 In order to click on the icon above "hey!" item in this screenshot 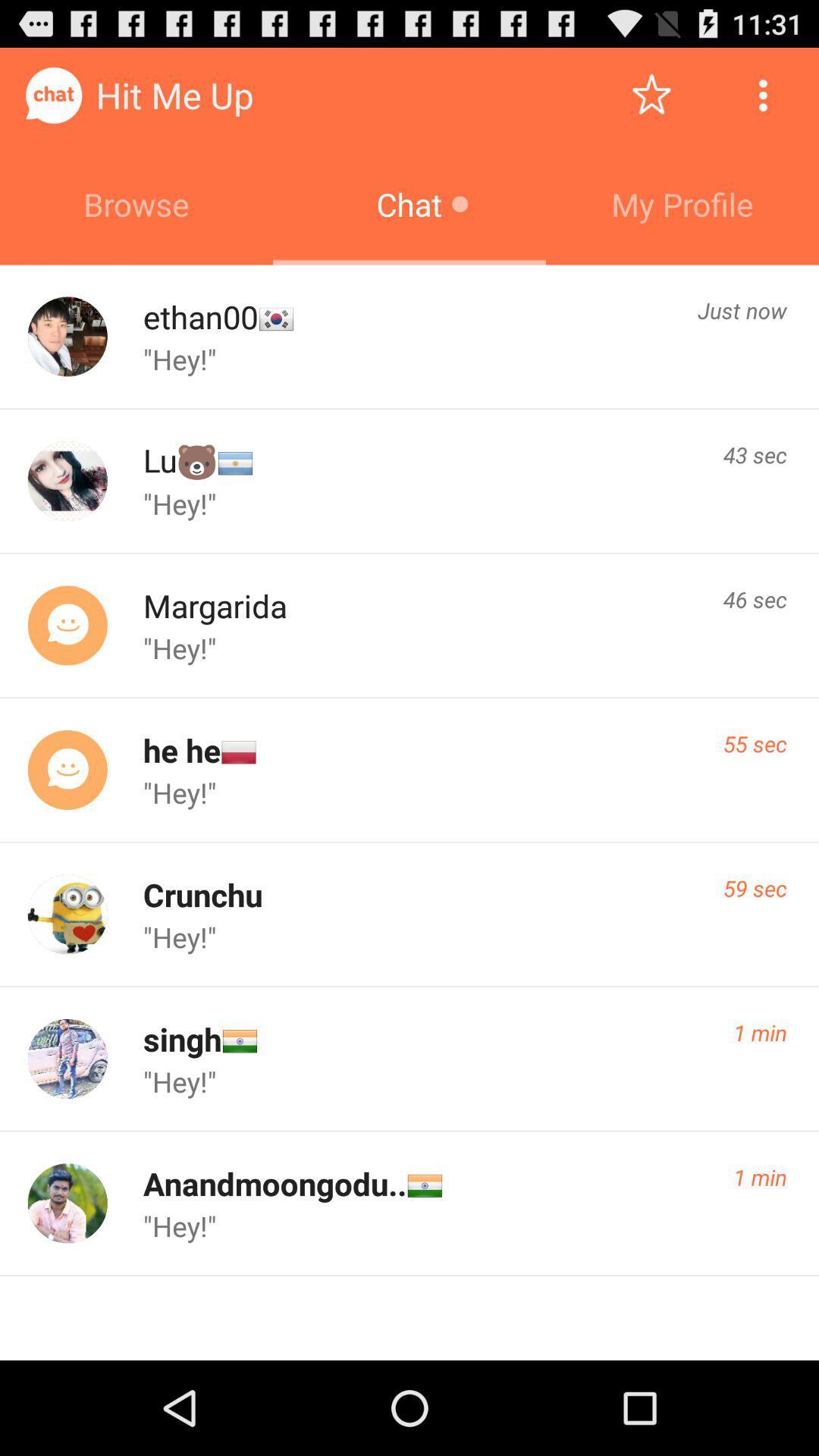, I will do `click(180, 750)`.